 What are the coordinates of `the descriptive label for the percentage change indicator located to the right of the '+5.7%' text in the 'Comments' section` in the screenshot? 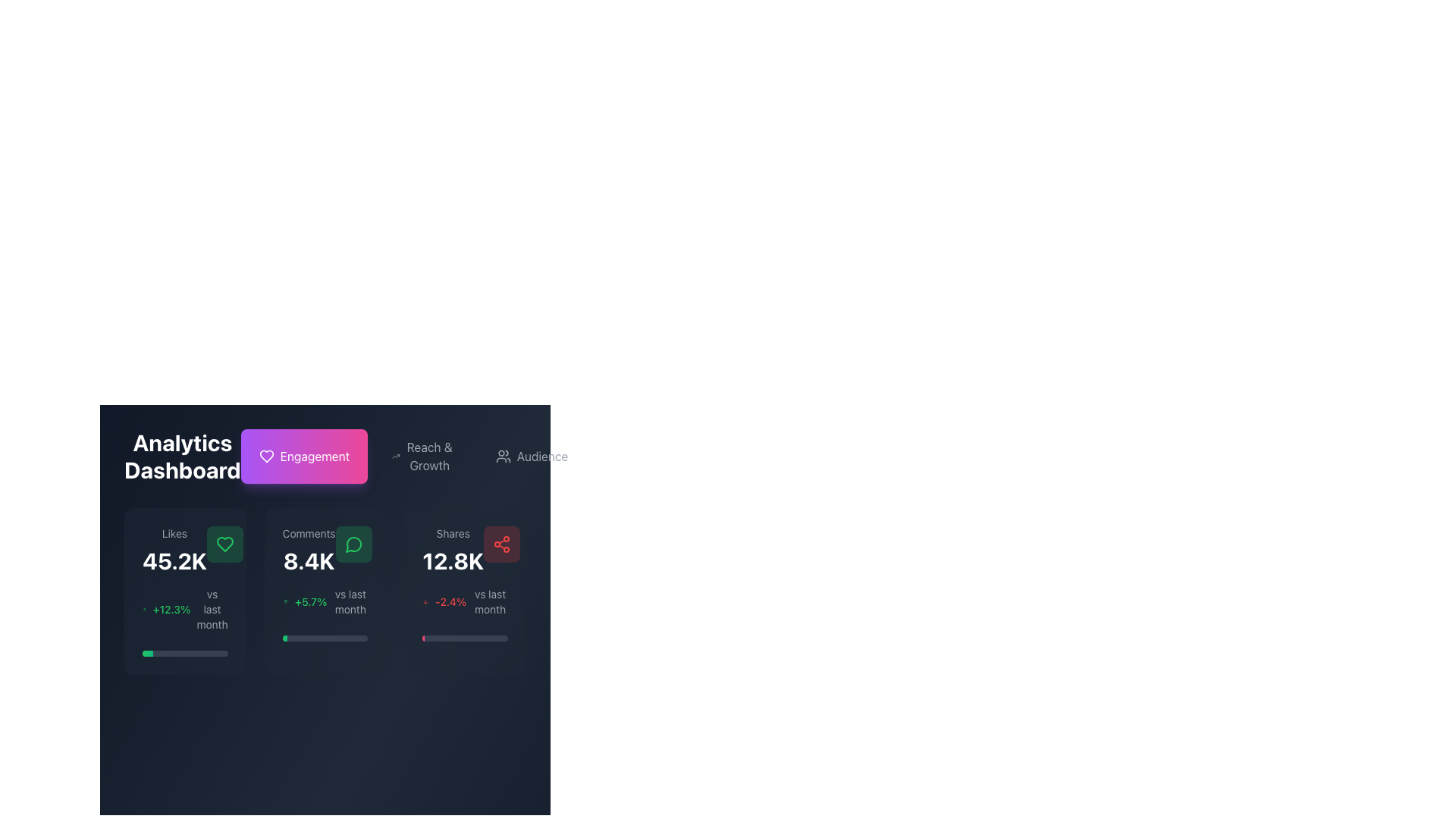 It's located at (350, 601).